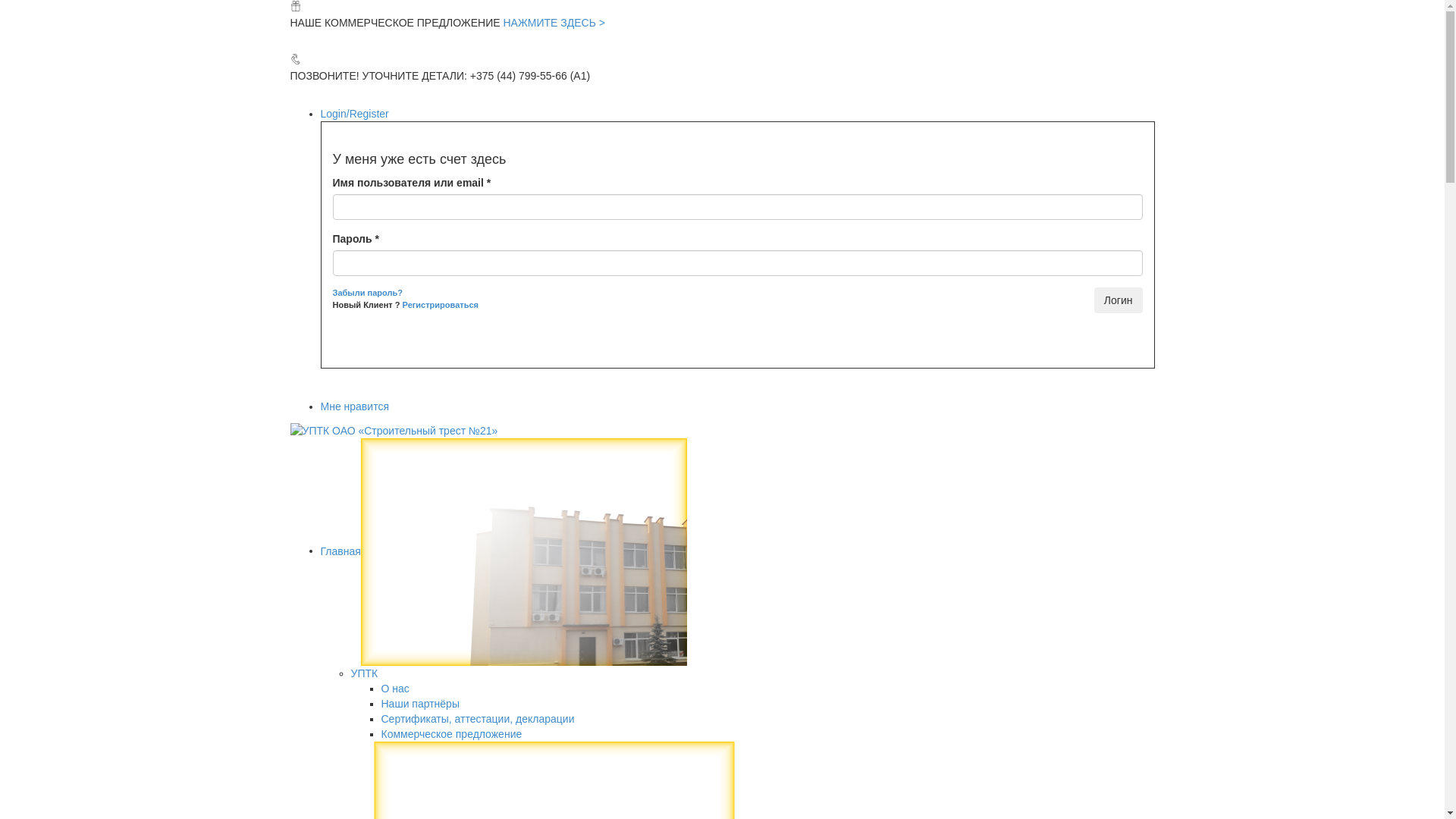 Image resolution: width=1456 pixels, height=819 pixels. I want to click on 'Login/Register', so click(319, 113).